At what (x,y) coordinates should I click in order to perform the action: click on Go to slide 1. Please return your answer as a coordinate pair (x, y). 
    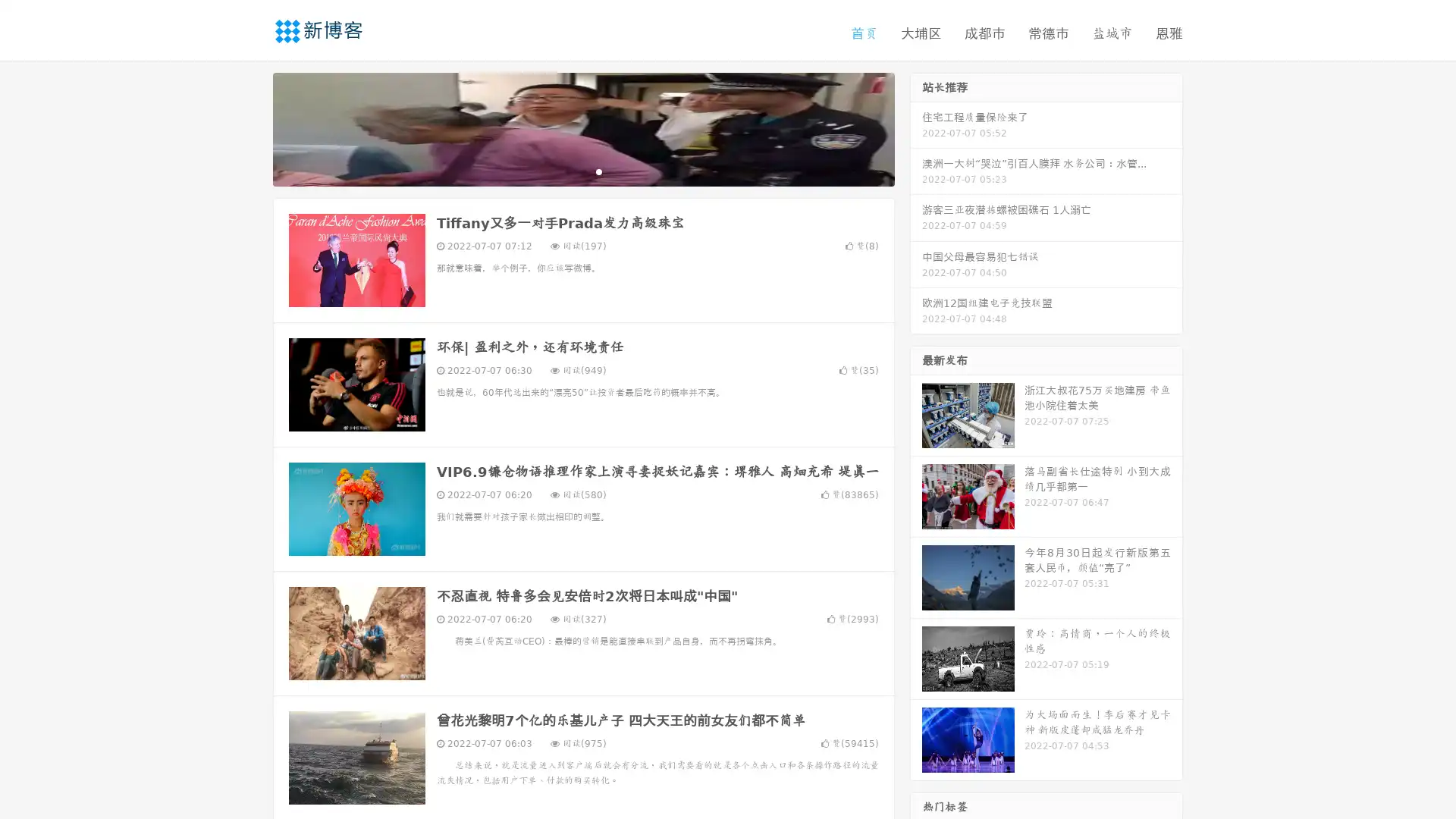
    Looking at the image, I should click on (567, 171).